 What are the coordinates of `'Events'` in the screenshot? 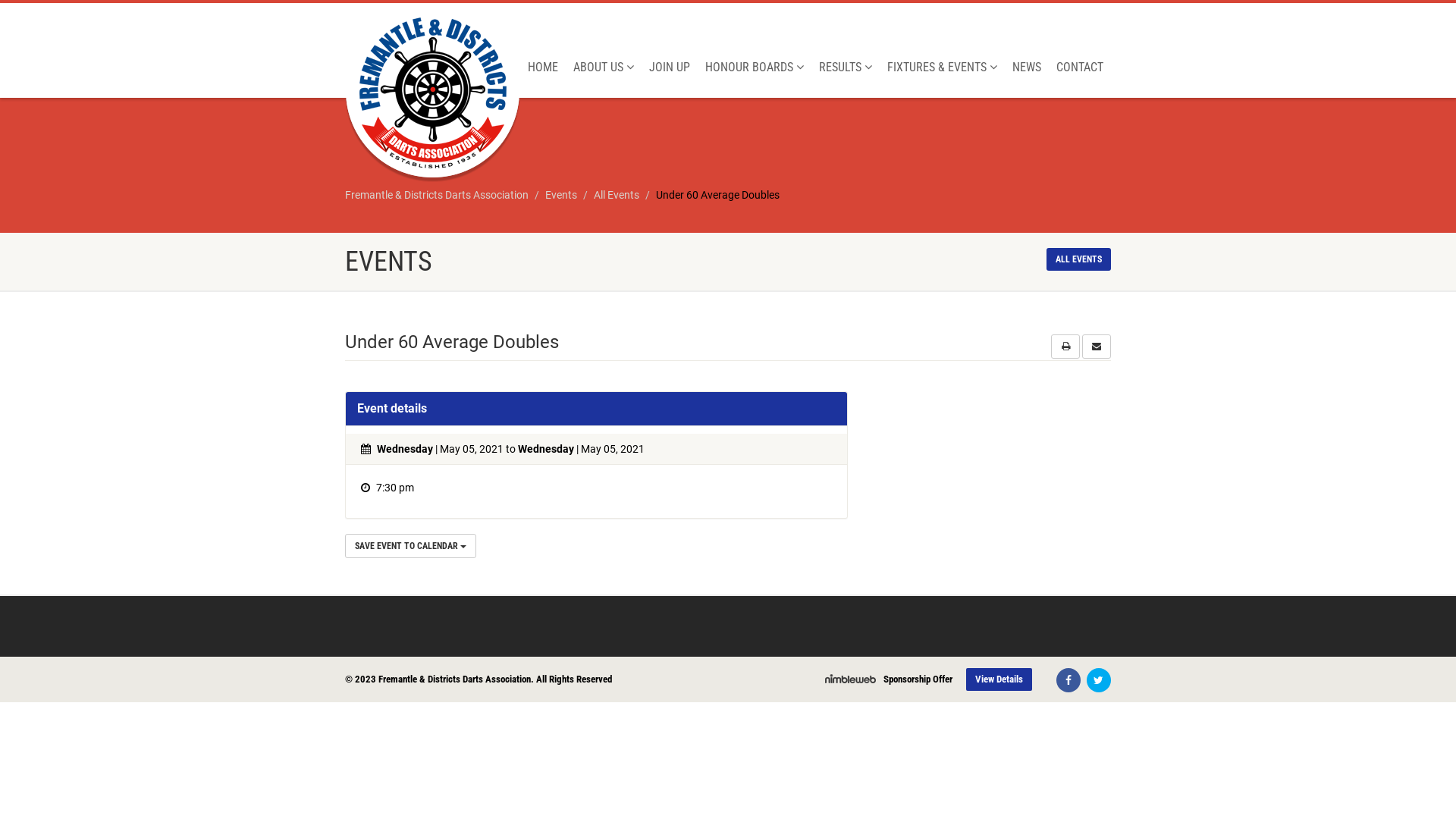 It's located at (560, 194).